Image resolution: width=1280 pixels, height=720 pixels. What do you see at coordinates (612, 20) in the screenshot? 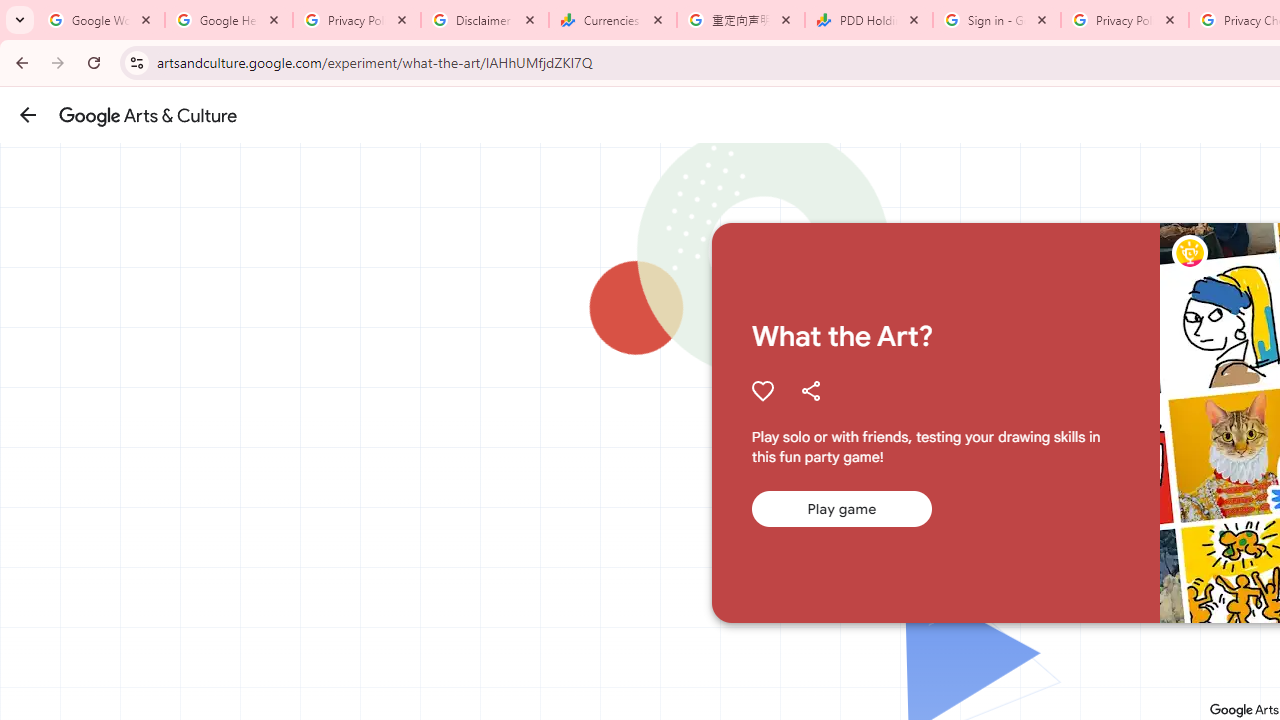
I see `'Currencies - Google Finance'` at bounding box center [612, 20].